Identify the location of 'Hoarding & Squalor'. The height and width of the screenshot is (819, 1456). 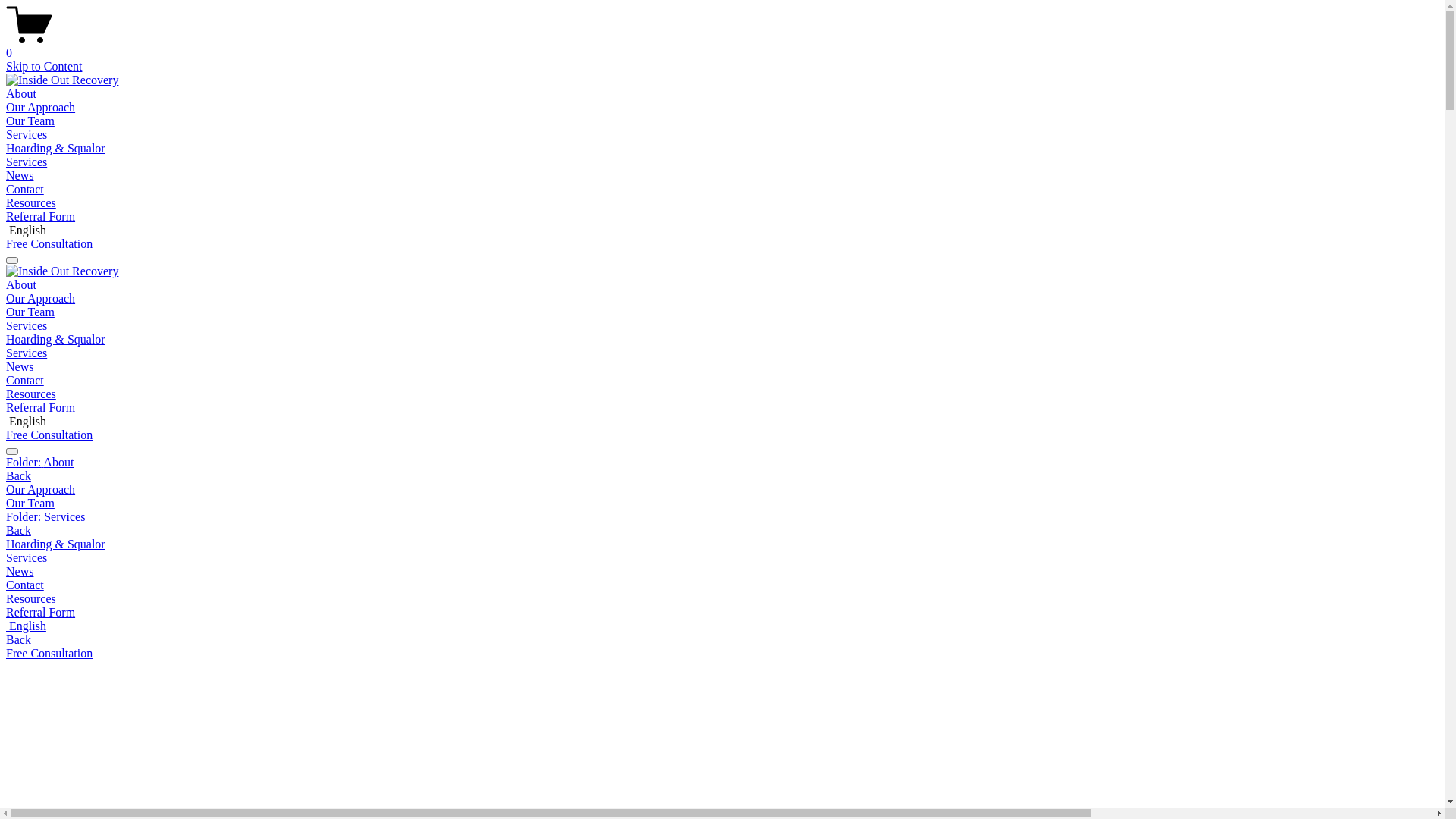
(55, 148).